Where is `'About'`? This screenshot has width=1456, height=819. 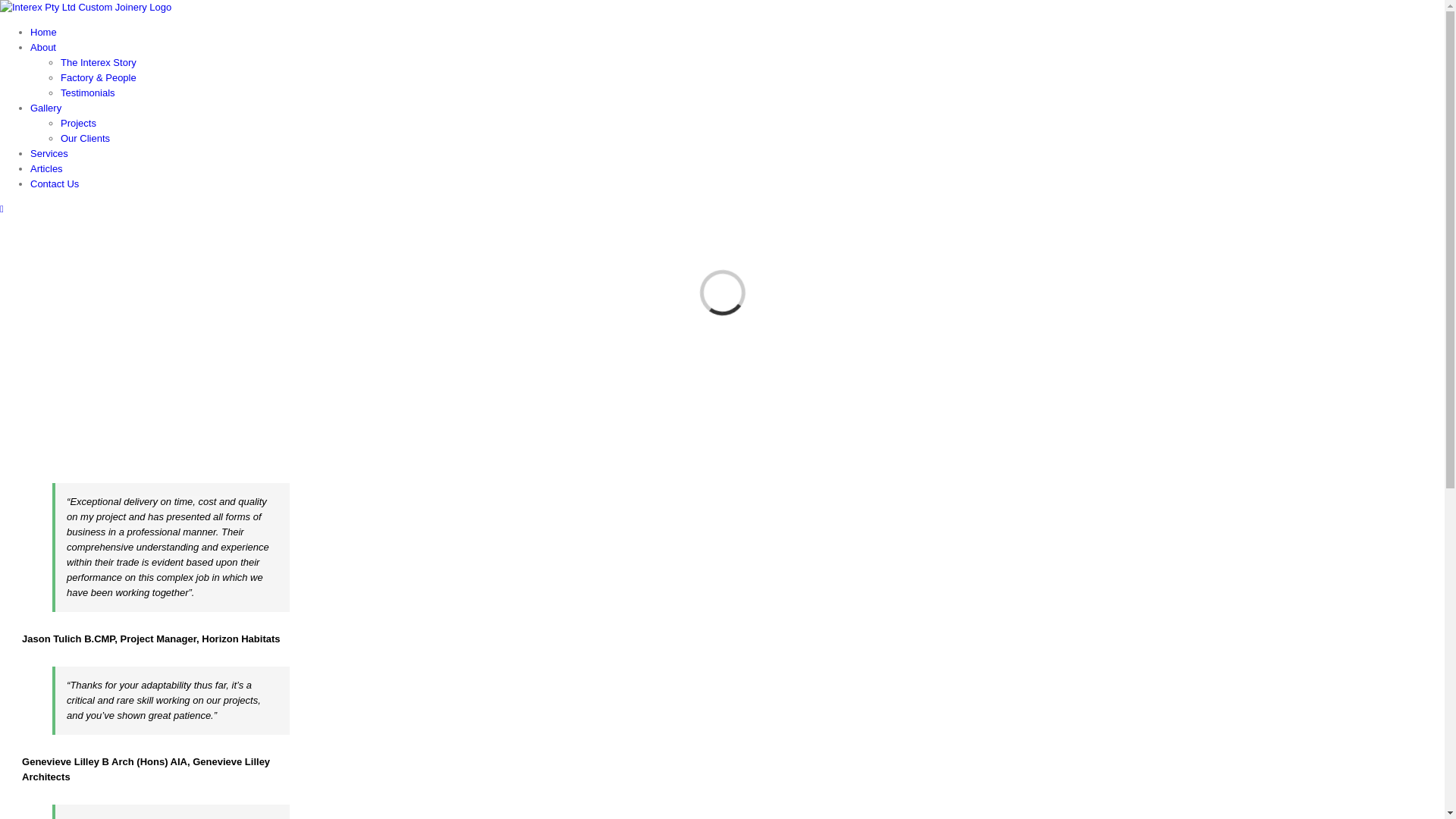 'About' is located at coordinates (43, 46).